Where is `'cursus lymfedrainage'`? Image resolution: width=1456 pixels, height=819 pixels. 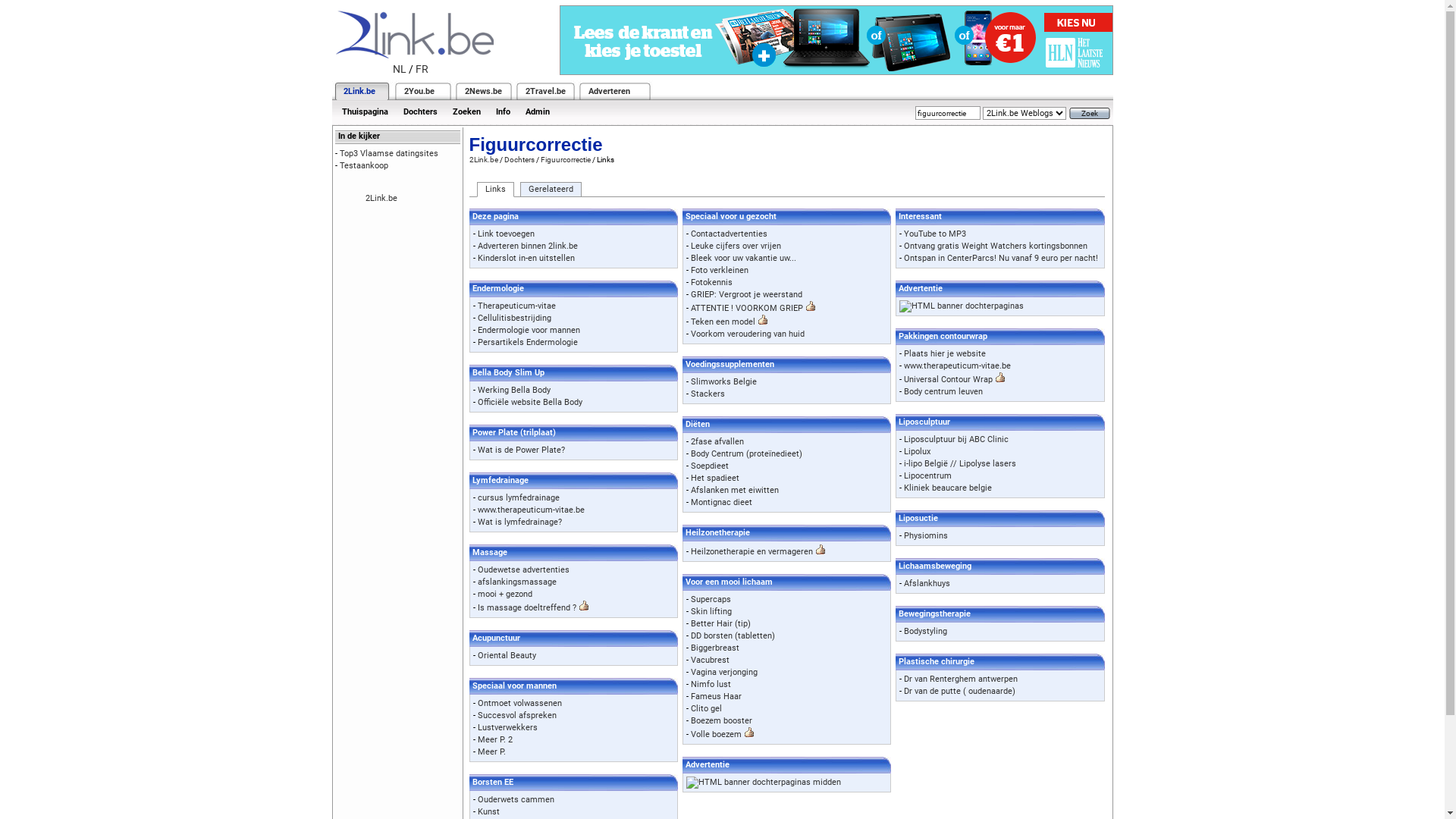 'cursus lymfedrainage' is located at coordinates (519, 497).